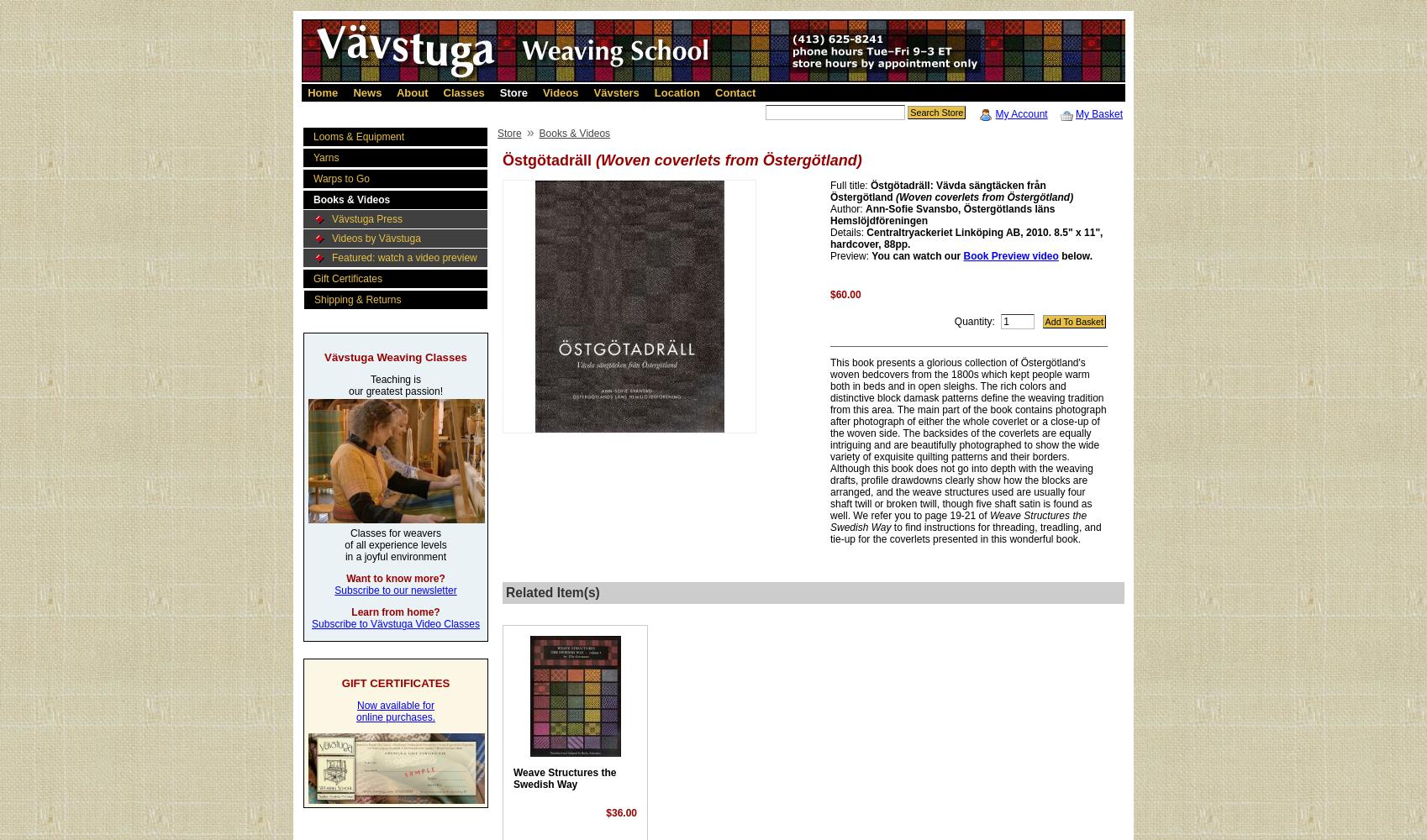  Describe the element at coordinates (351, 199) in the screenshot. I see `'Books & Videos'` at that location.